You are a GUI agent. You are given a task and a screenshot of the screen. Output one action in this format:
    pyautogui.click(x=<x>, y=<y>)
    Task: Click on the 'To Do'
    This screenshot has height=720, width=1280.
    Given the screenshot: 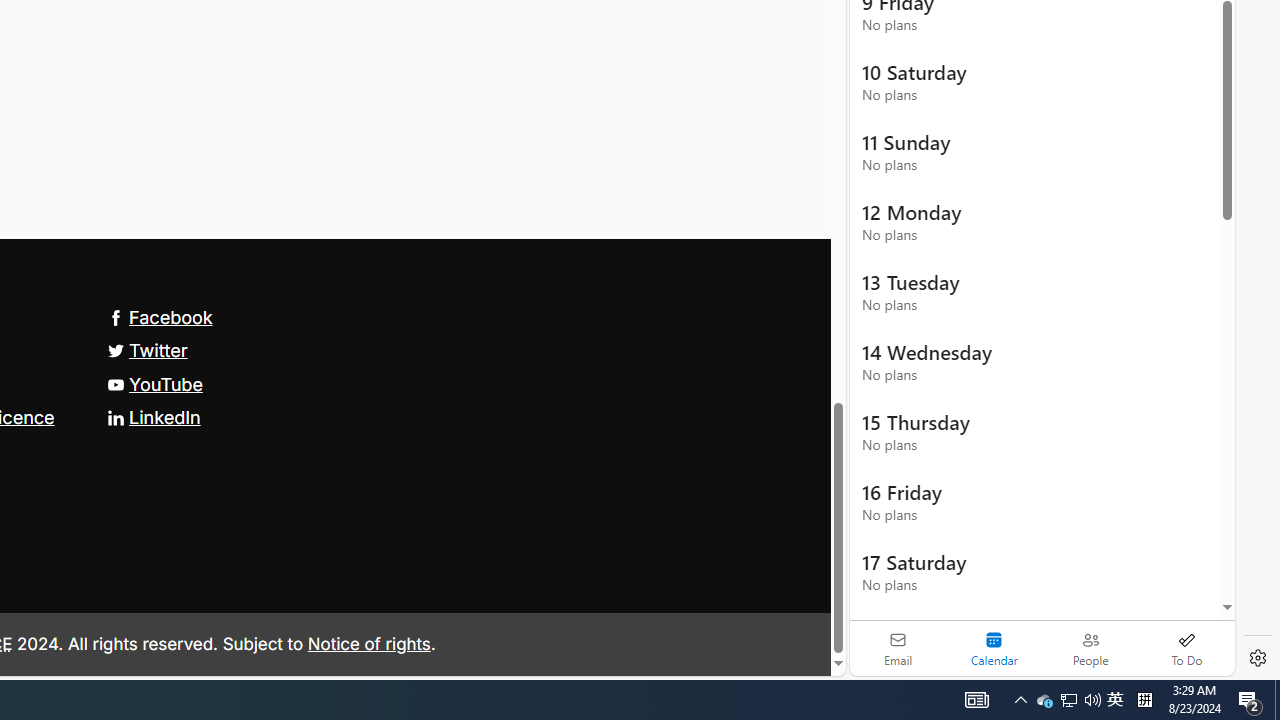 What is the action you would take?
    pyautogui.click(x=1186, y=648)
    